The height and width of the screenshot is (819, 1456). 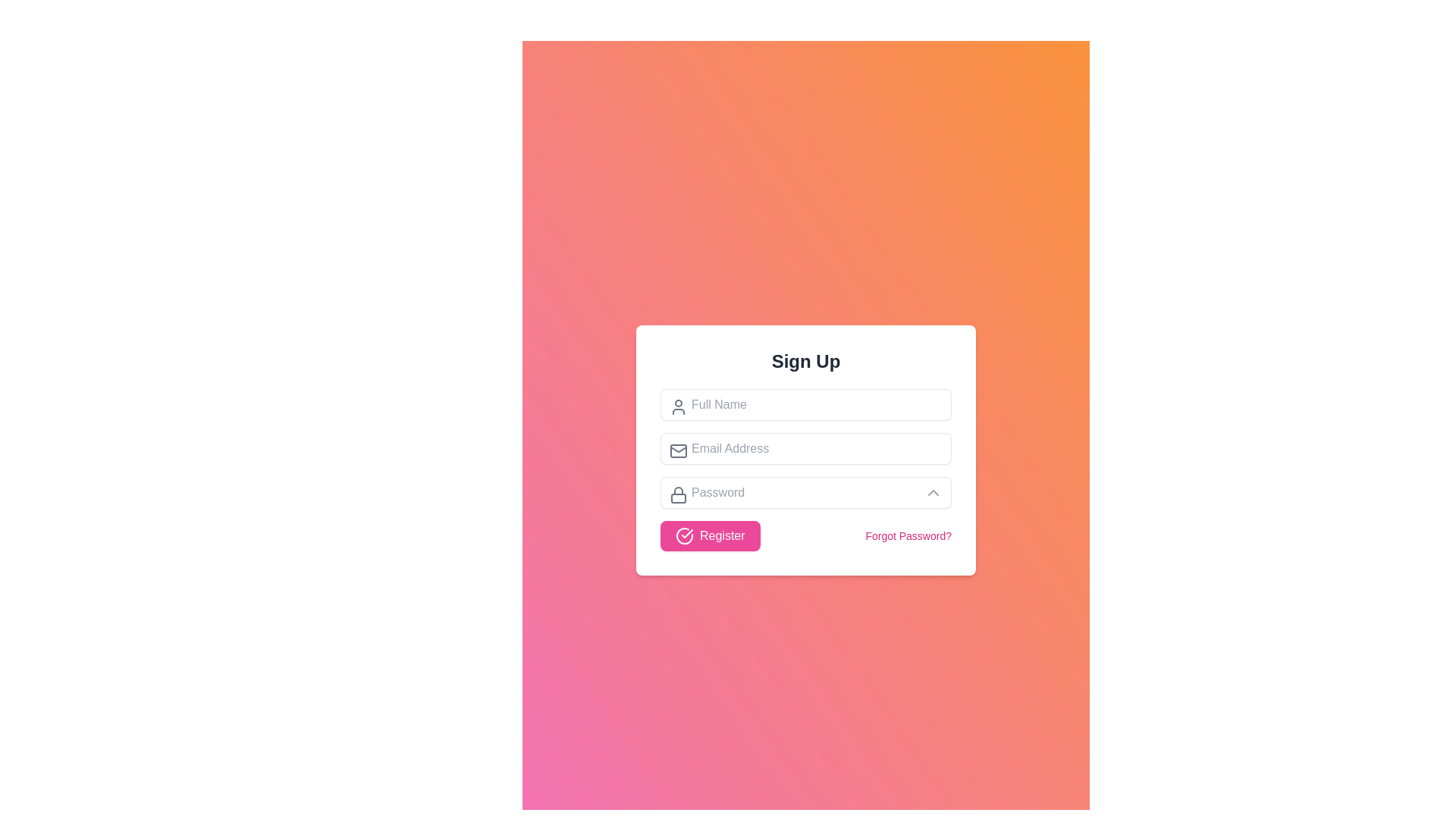 What do you see at coordinates (932, 493) in the screenshot?
I see `the button with an upward-pointing chevron icon located at the right side of the password input field` at bounding box center [932, 493].